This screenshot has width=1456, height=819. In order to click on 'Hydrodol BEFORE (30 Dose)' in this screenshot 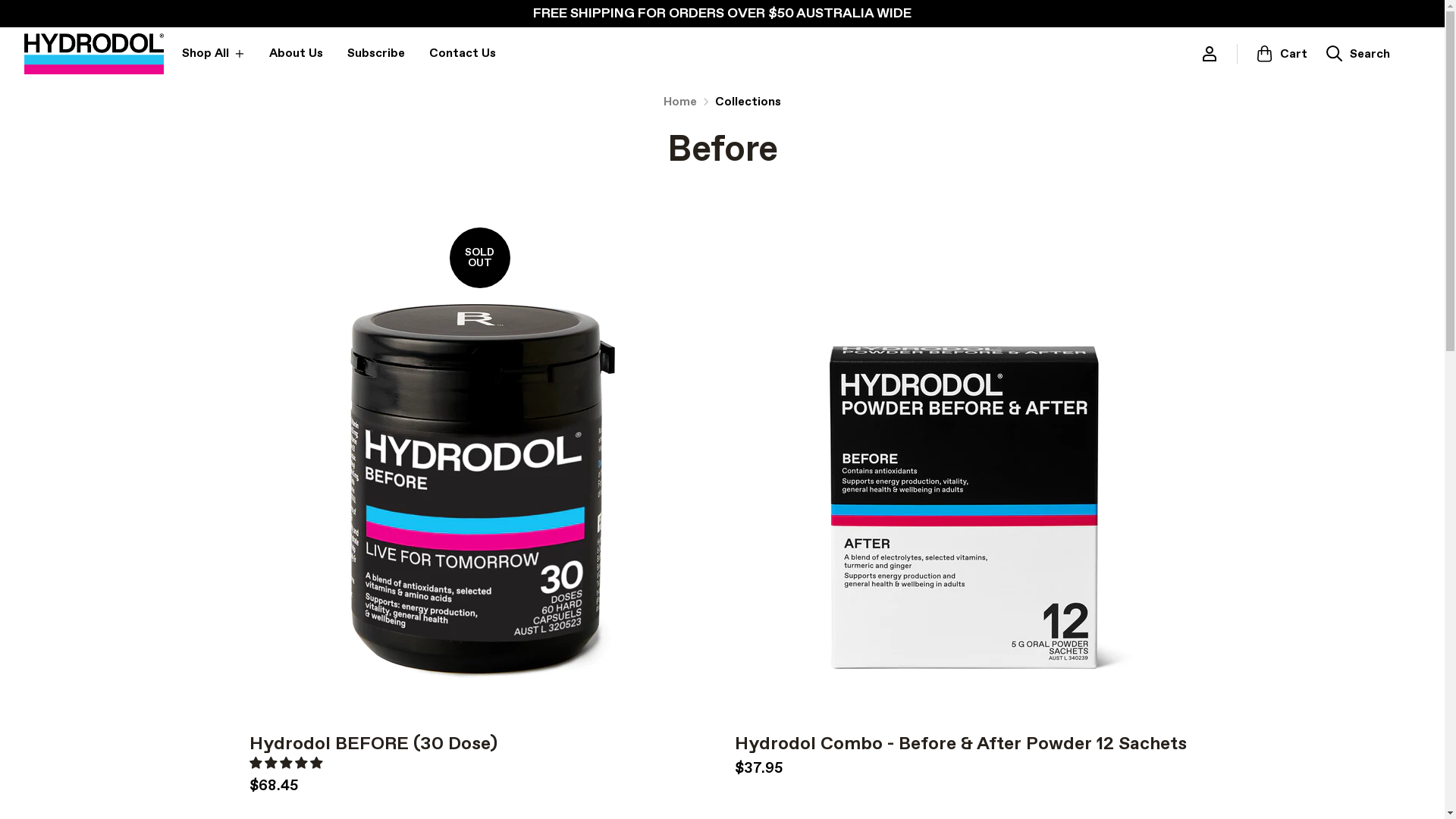, I will do `click(248, 742)`.